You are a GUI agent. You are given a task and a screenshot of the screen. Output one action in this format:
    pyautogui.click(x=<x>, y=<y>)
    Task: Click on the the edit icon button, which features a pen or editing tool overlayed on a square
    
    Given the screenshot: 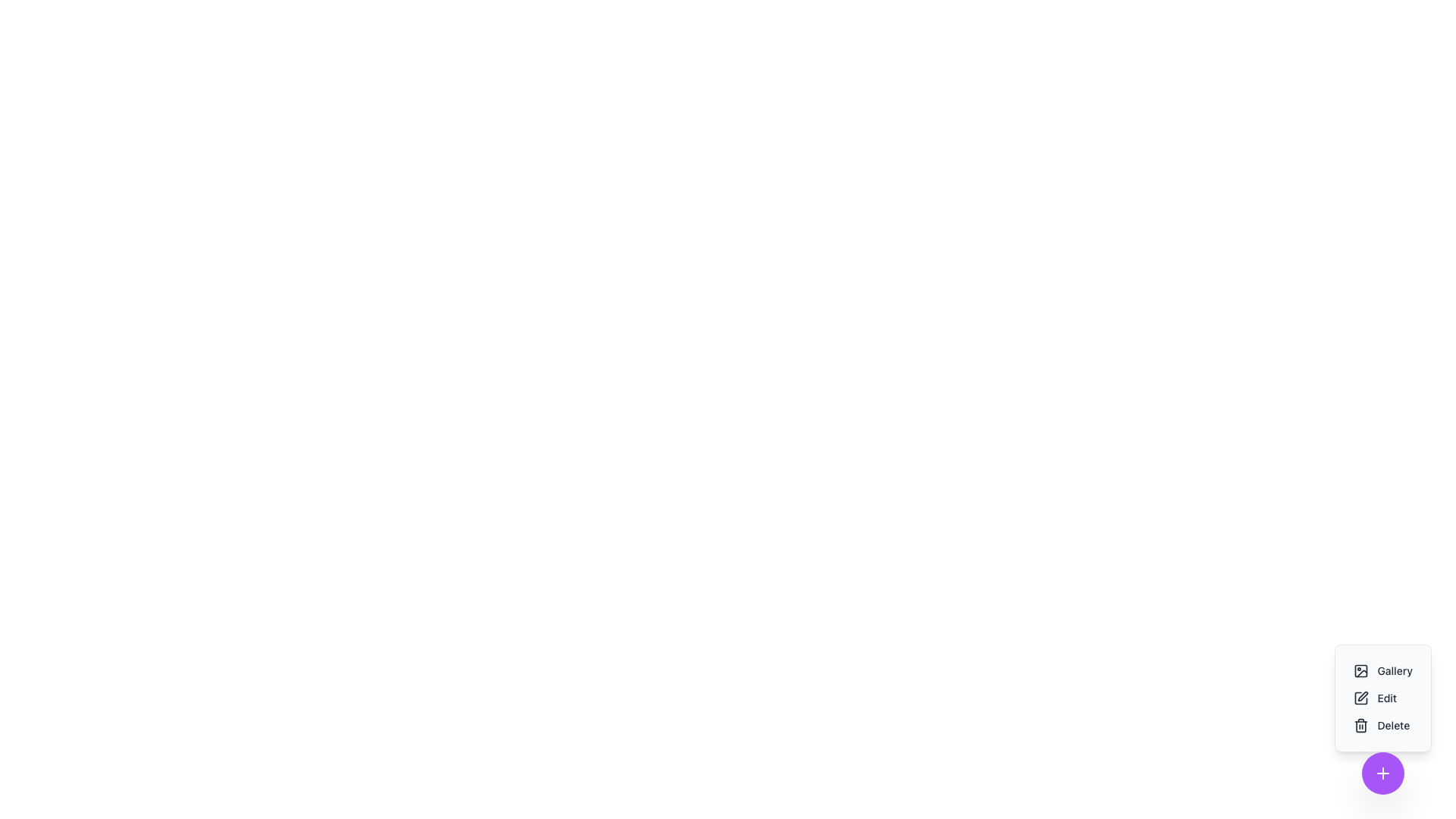 What is the action you would take?
    pyautogui.click(x=1362, y=696)
    